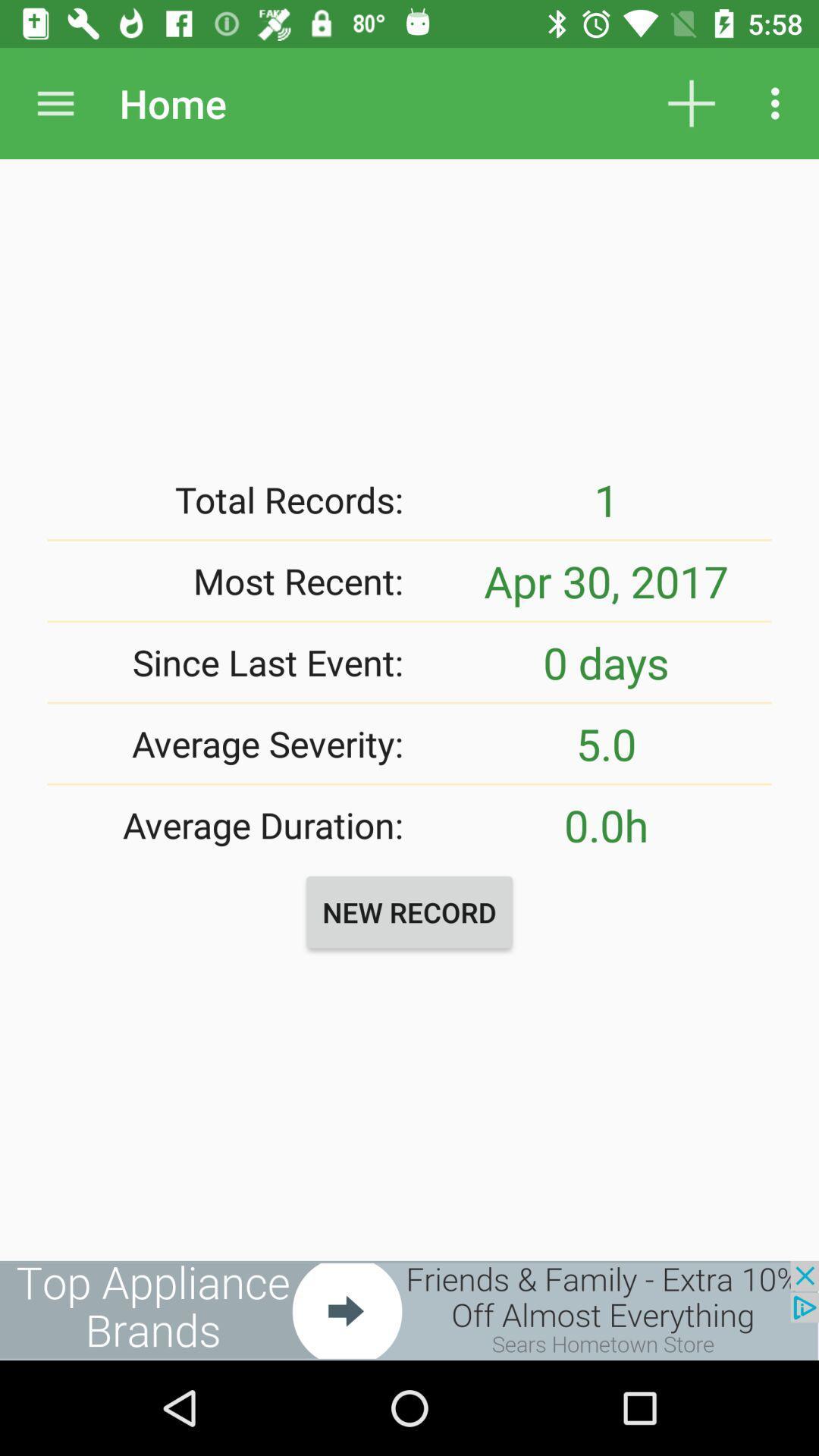 The image size is (819, 1456). I want to click on visit advertisement, so click(409, 1310).